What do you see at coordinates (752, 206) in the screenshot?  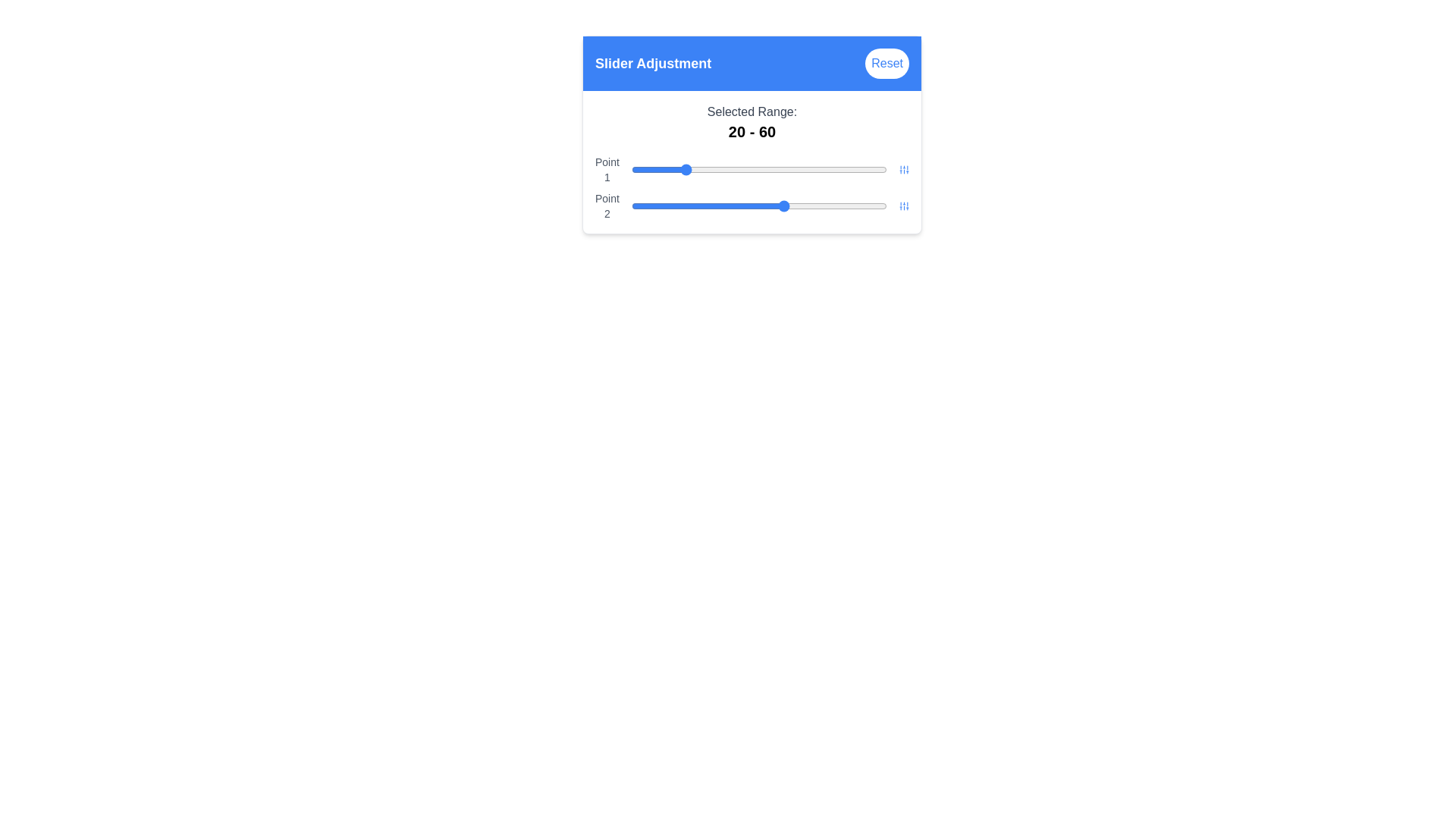 I see `or tap on the slider thumb of the range slider located below 'Point 1' to adjust its value` at bounding box center [752, 206].